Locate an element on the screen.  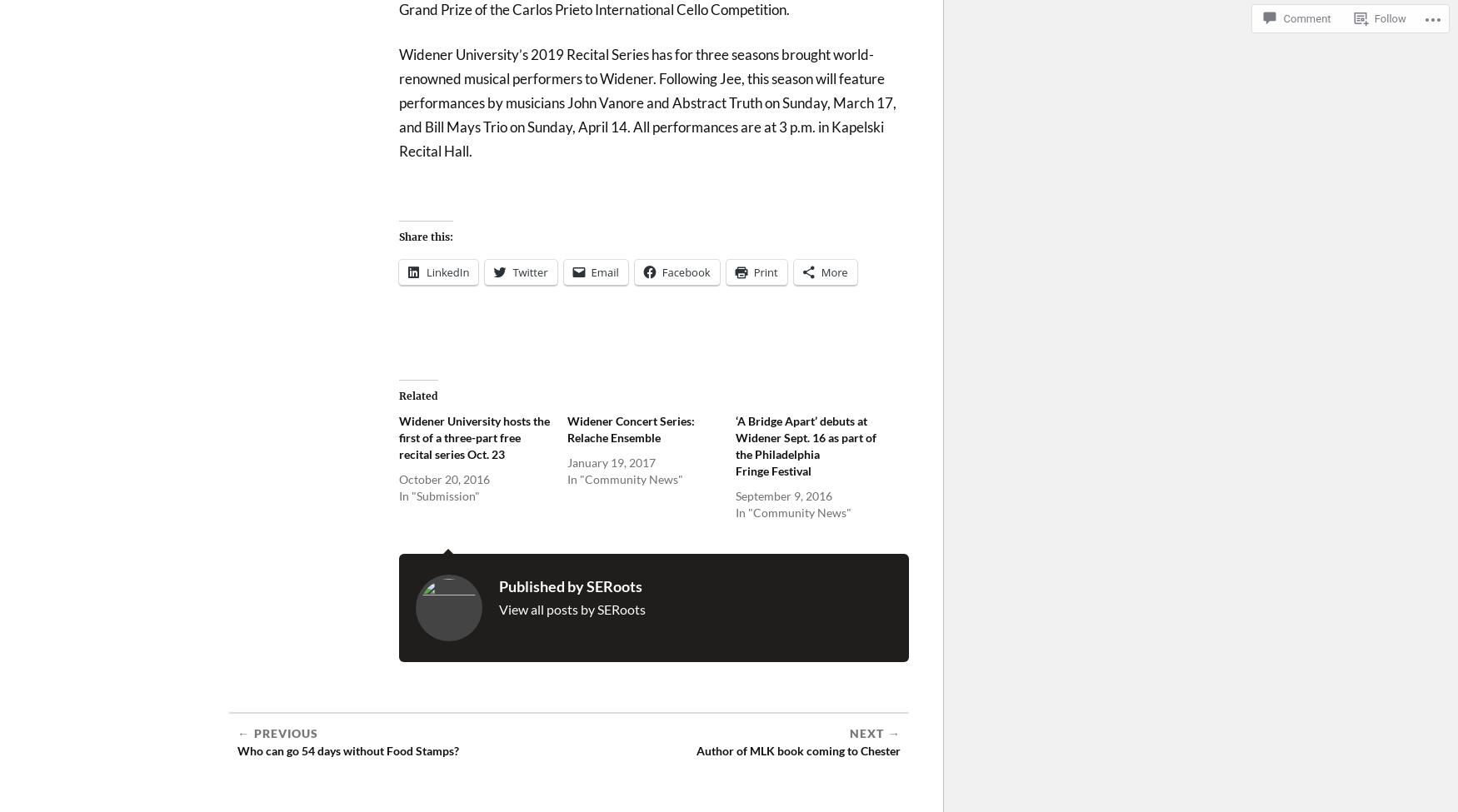
'Share this:' is located at coordinates (425, 236).